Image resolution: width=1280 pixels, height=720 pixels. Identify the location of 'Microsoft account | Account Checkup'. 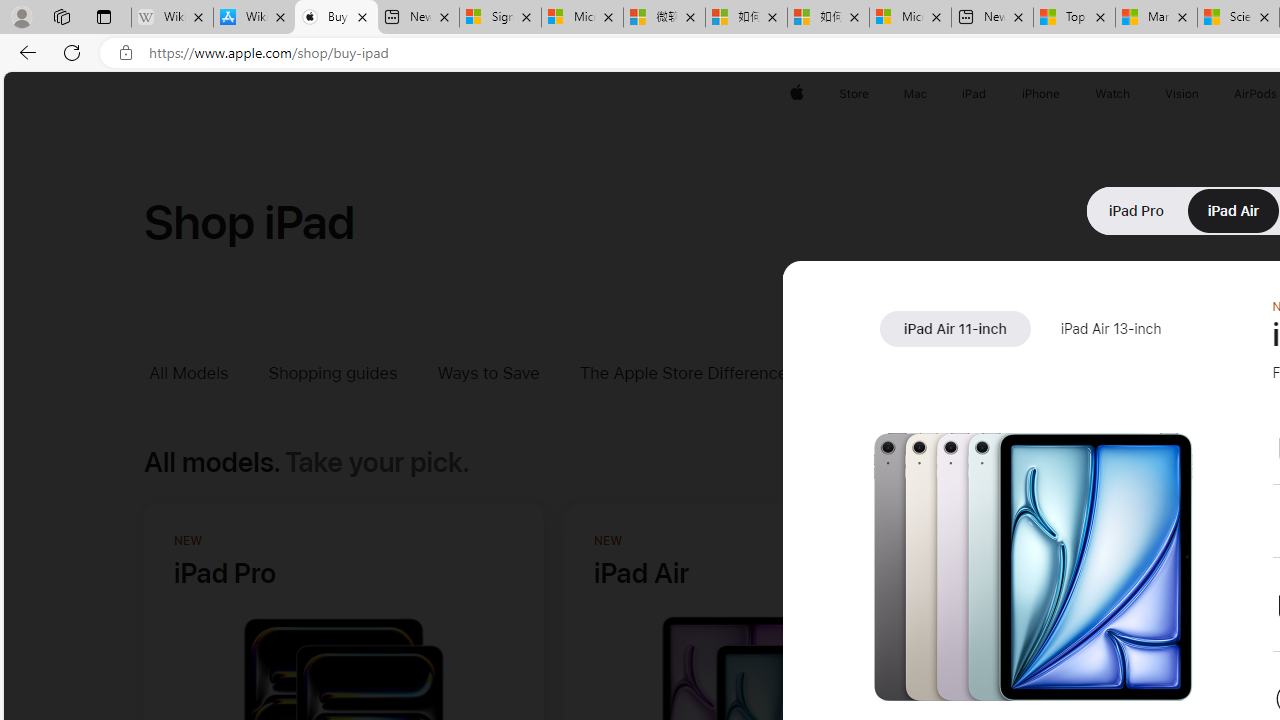
(909, 17).